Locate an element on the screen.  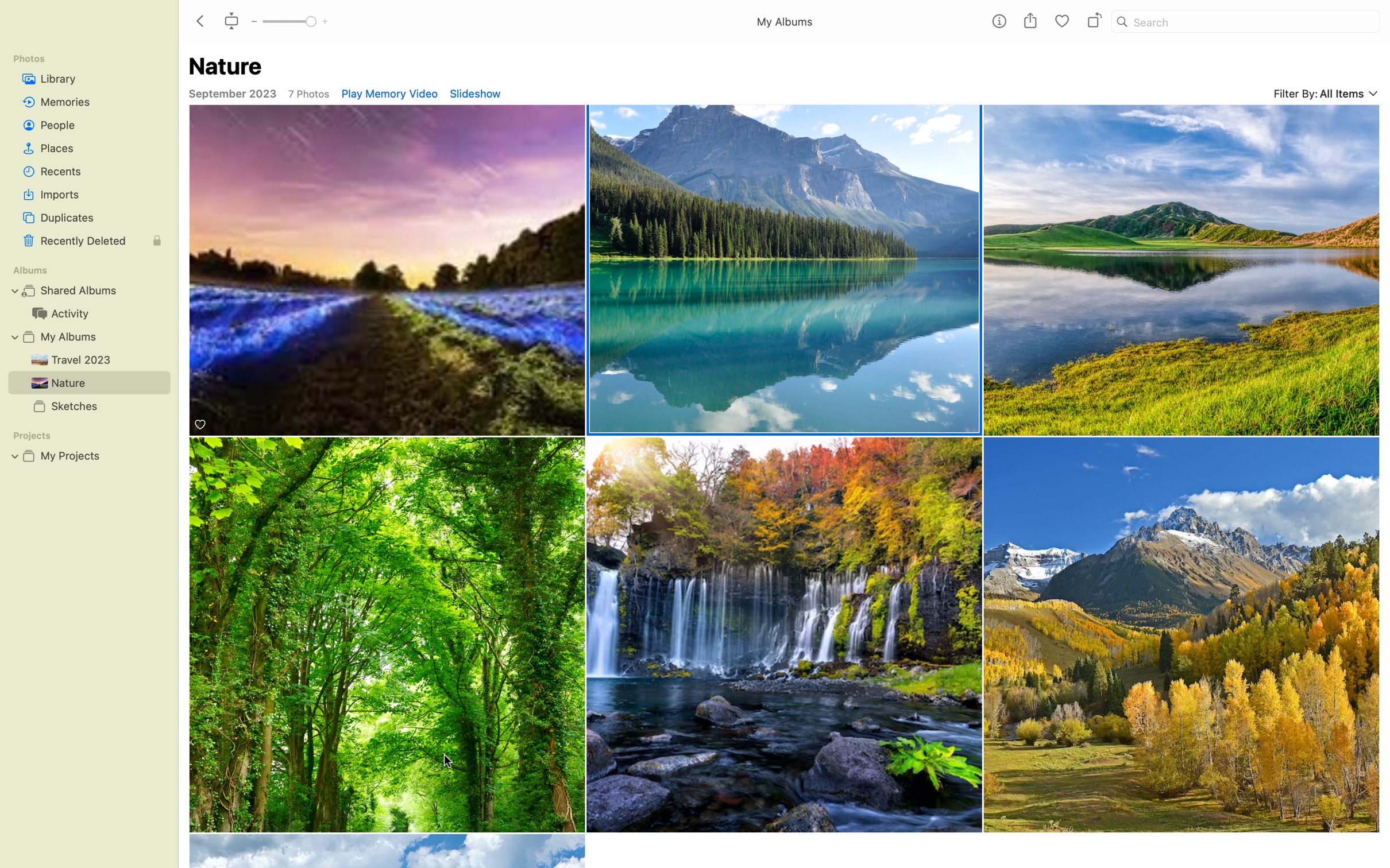
View the grasslands image in full size by double clicking it is located at coordinates (1182, 634).